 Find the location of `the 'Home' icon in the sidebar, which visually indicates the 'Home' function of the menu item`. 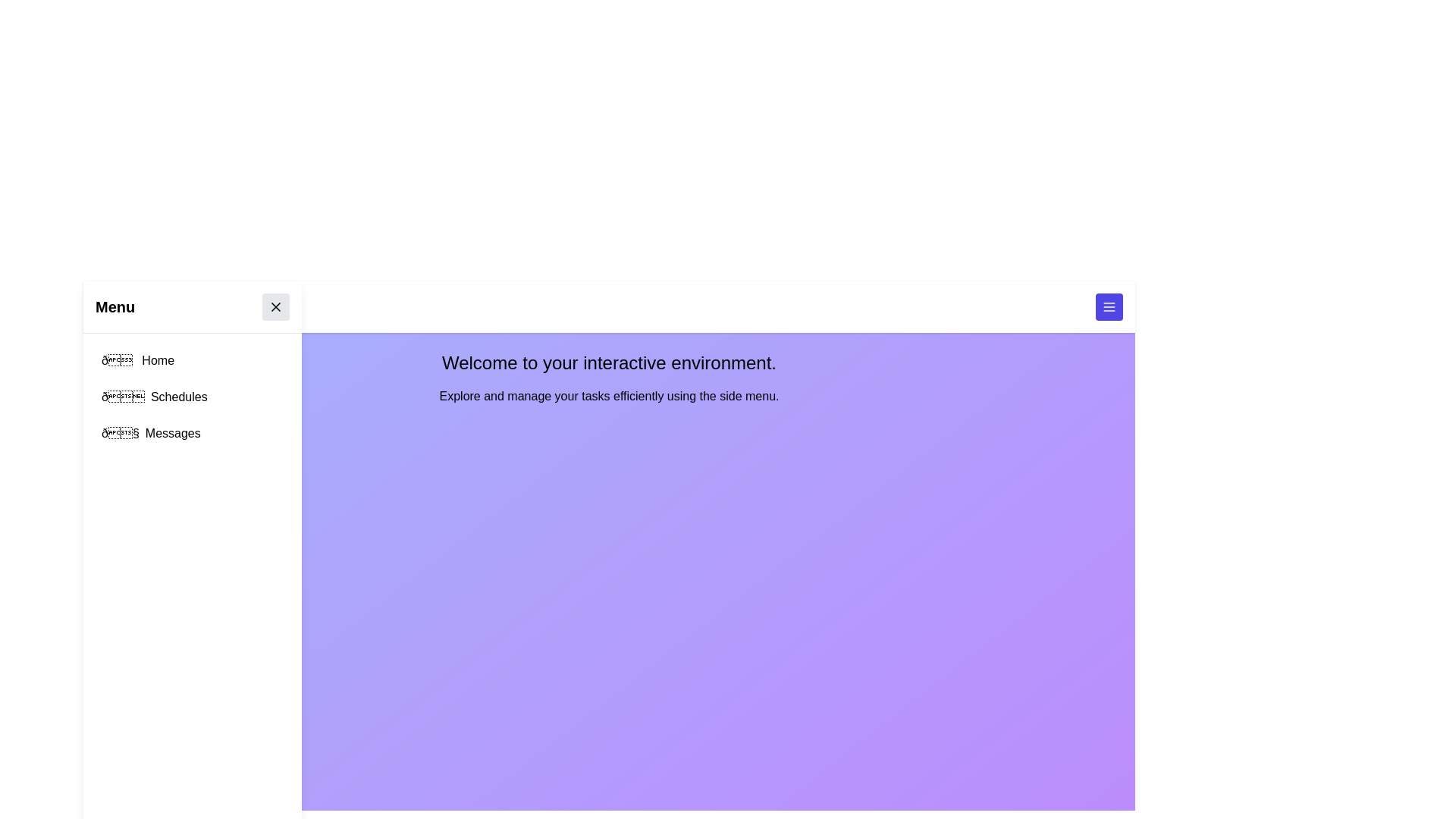

the 'Home' icon in the sidebar, which visually indicates the 'Home' function of the menu item is located at coordinates (118, 360).